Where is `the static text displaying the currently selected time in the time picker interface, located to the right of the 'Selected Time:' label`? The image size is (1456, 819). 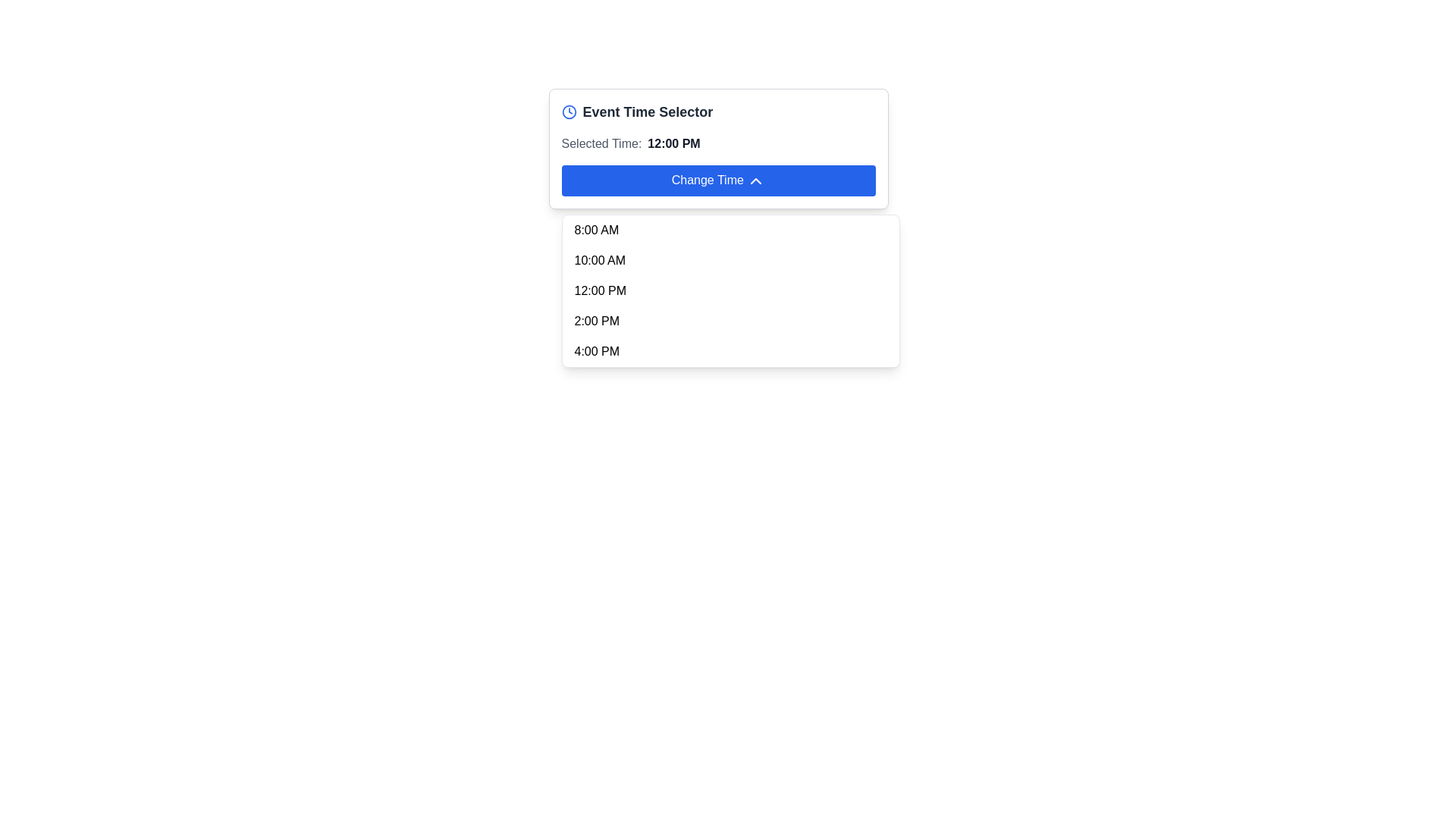
the static text displaying the currently selected time in the time picker interface, located to the right of the 'Selected Time:' label is located at coordinates (673, 143).